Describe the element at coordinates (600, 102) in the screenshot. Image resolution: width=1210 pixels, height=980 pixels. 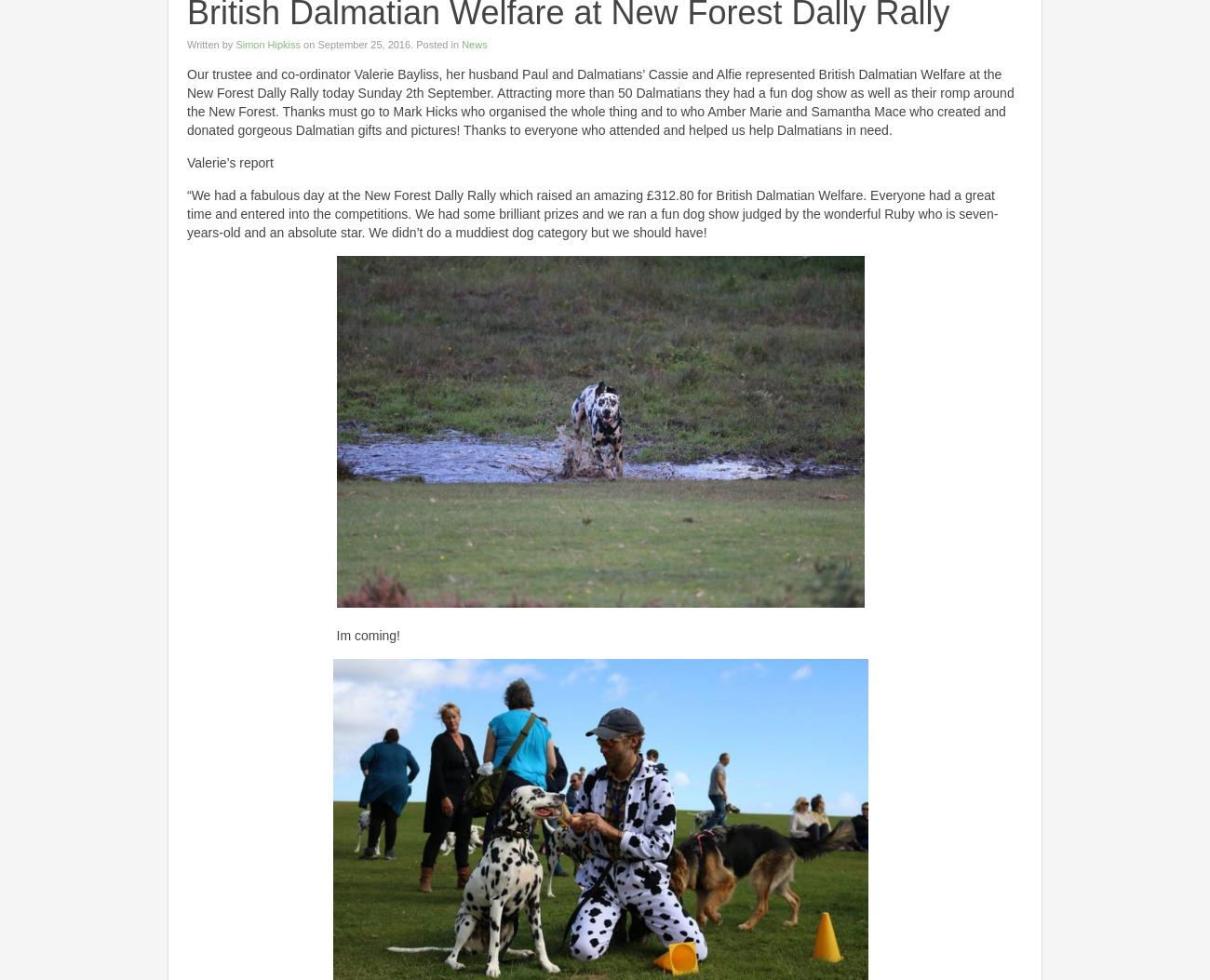
I see `'Our trustee and co-ordinator Valerie Bayliss, her husband Paul and Dalmatians’ Cassie and Alfie represented British Dalmatian Welfare at the New Forest Dally Rally today Sunday 2th September. Attracting more than 50 Dalmatians they had a fun dog show as well as their romp around the New Forest. Thanks must go to Mark Hicks who organised the whole thing and to who Amber Marie and Samantha Mace who created and donated gorgeous Dalmatian gifts and pictures! Thanks to everyone who attended and helped us help Dalmatians in need.'` at that location.